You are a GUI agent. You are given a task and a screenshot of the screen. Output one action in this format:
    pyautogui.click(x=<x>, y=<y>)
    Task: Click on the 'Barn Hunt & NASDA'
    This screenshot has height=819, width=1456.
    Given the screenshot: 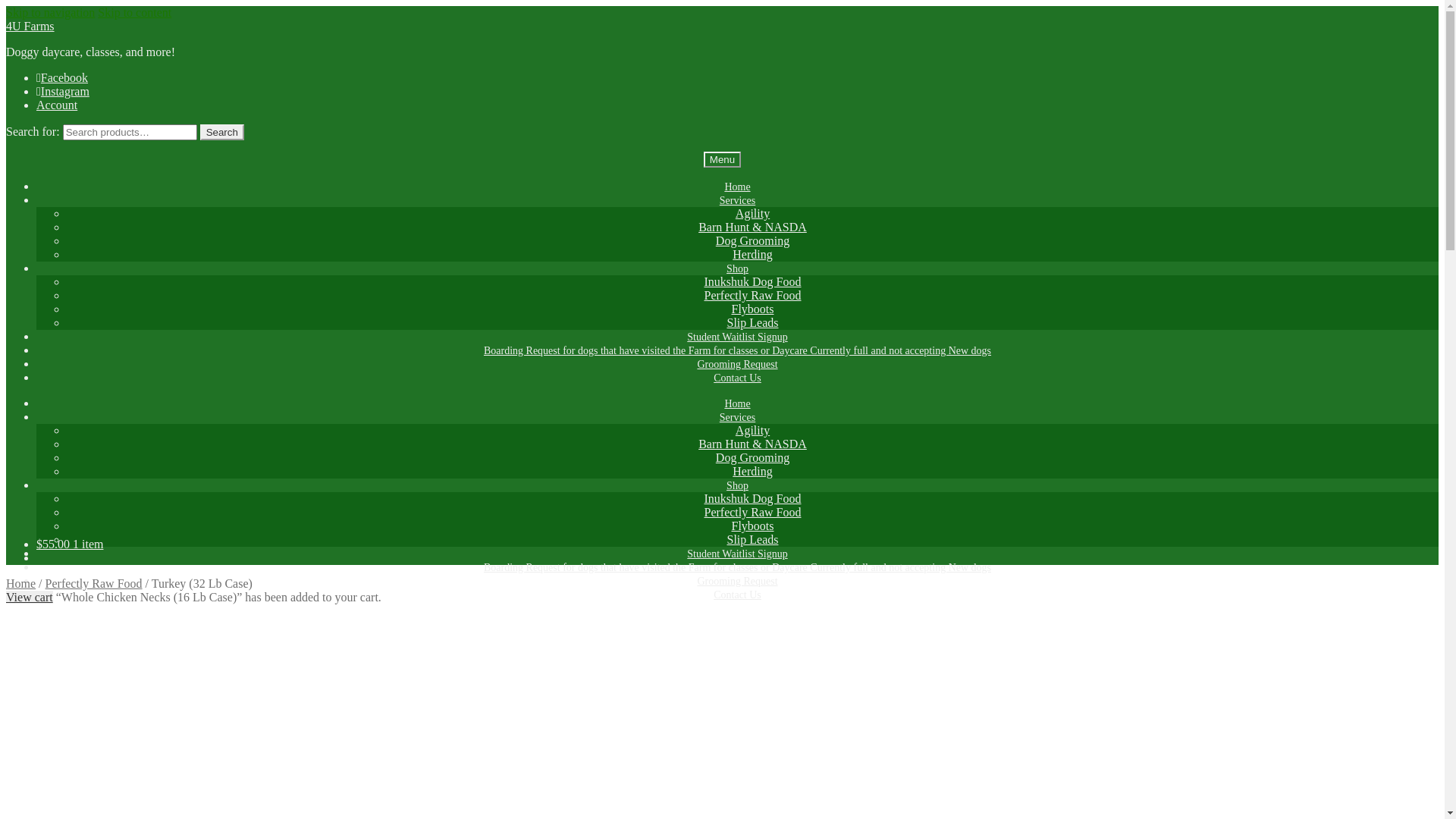 What is the action you would take?
    pyautogui.click(x=752, y=227)
    